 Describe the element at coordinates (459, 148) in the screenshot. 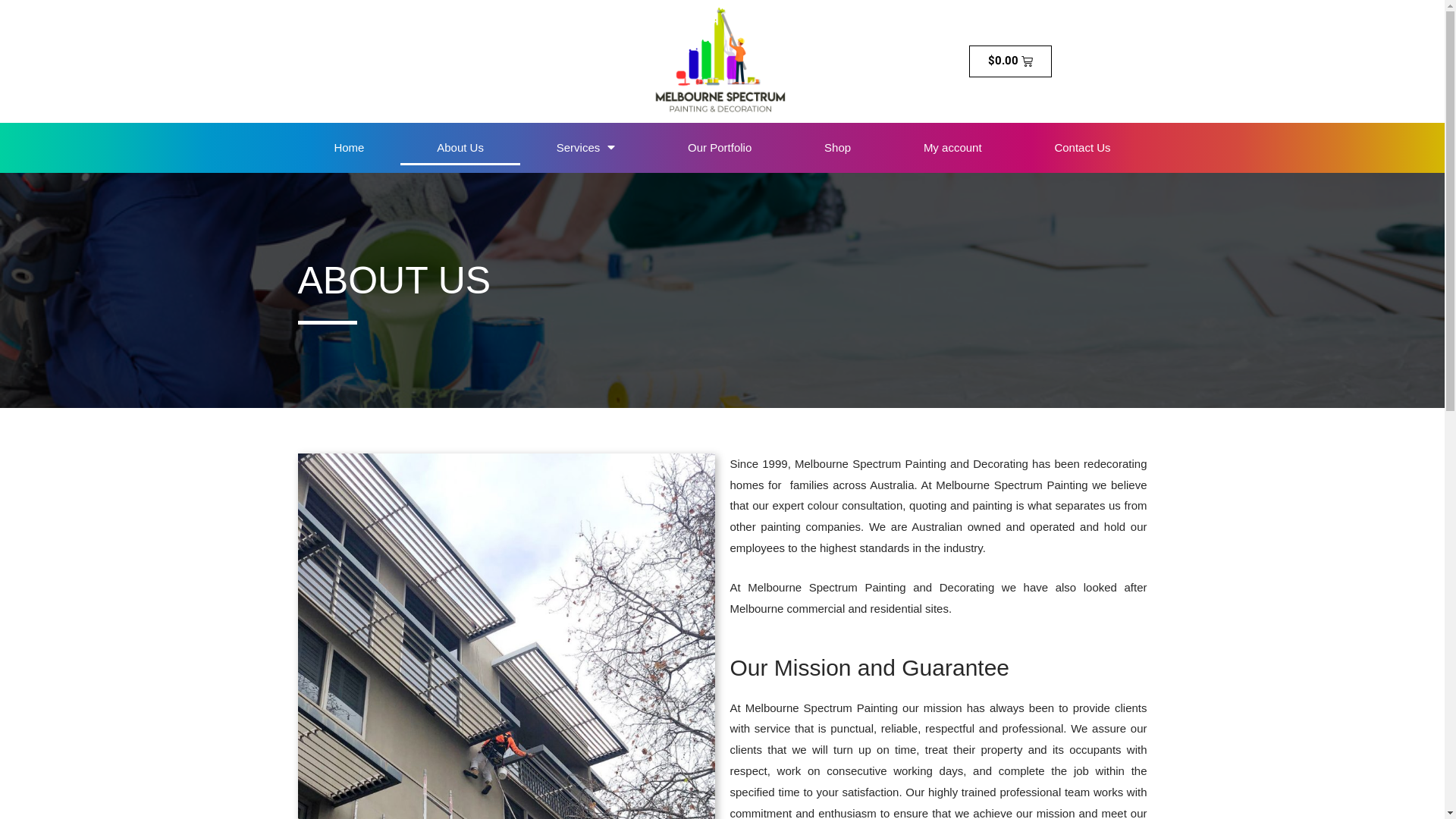

I see `'About Us'` at that location.